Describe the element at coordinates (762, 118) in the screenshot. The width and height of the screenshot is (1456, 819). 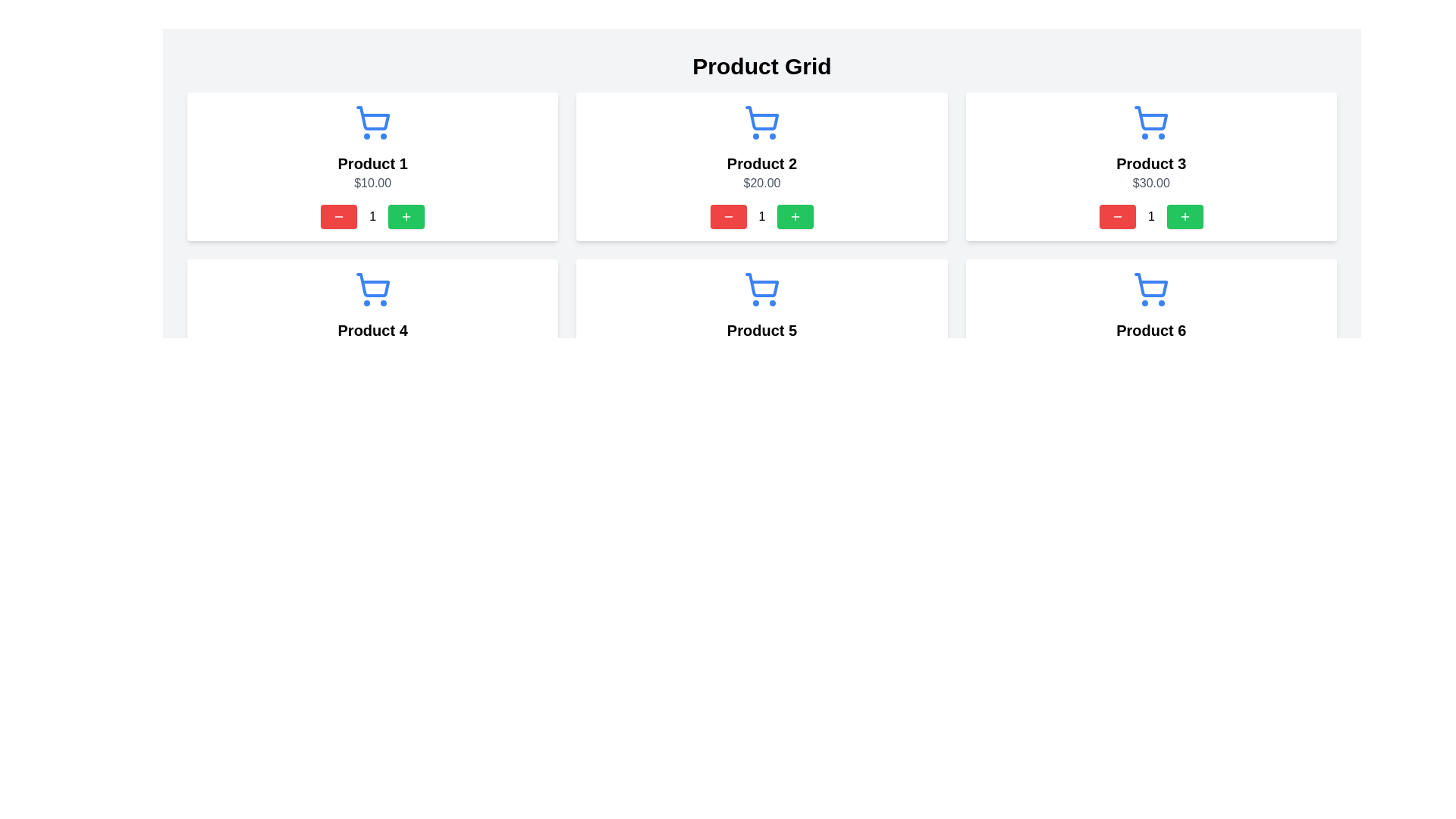
I see `the shopping cart icon associated with 'Product 2' located in the top-center panel of the grid` at that location.